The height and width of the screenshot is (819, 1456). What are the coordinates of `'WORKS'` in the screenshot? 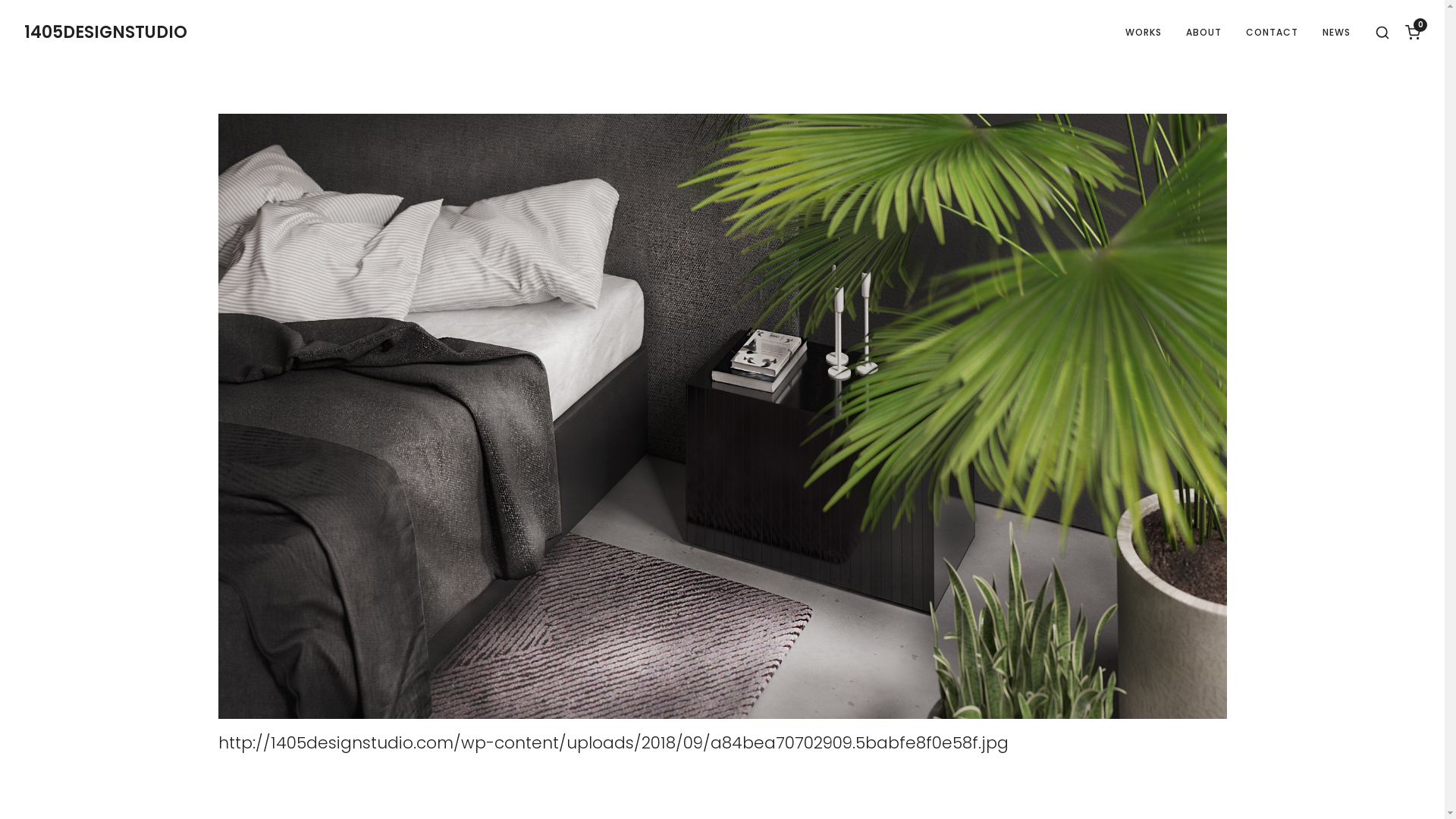 It's located at (1143, 32).